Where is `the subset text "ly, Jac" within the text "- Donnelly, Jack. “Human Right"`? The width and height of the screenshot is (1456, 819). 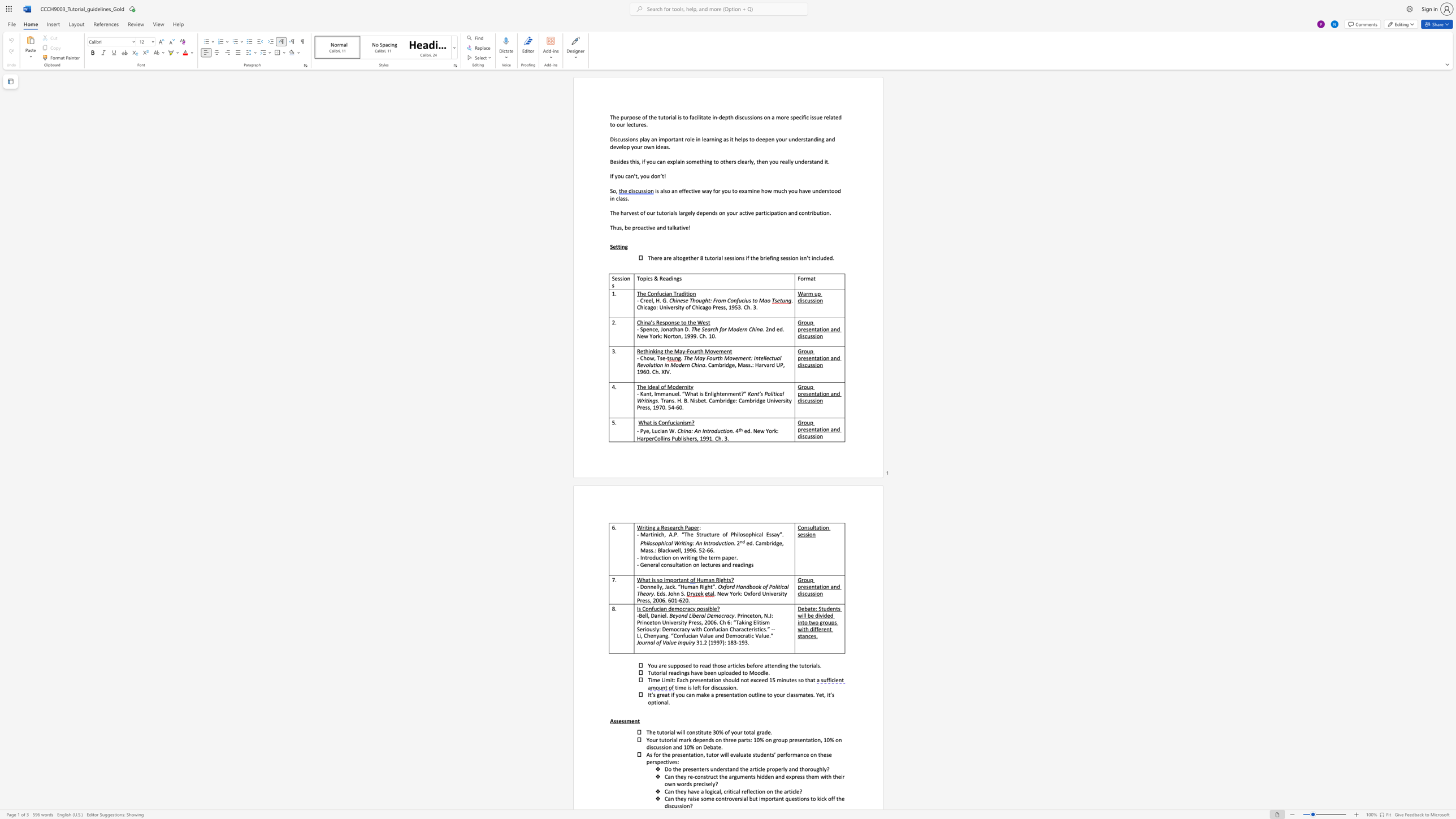 the subset text "ly, Jac" within the text "- Donnelly, Jack. “Human Right" is located at coordinates (657, 587).